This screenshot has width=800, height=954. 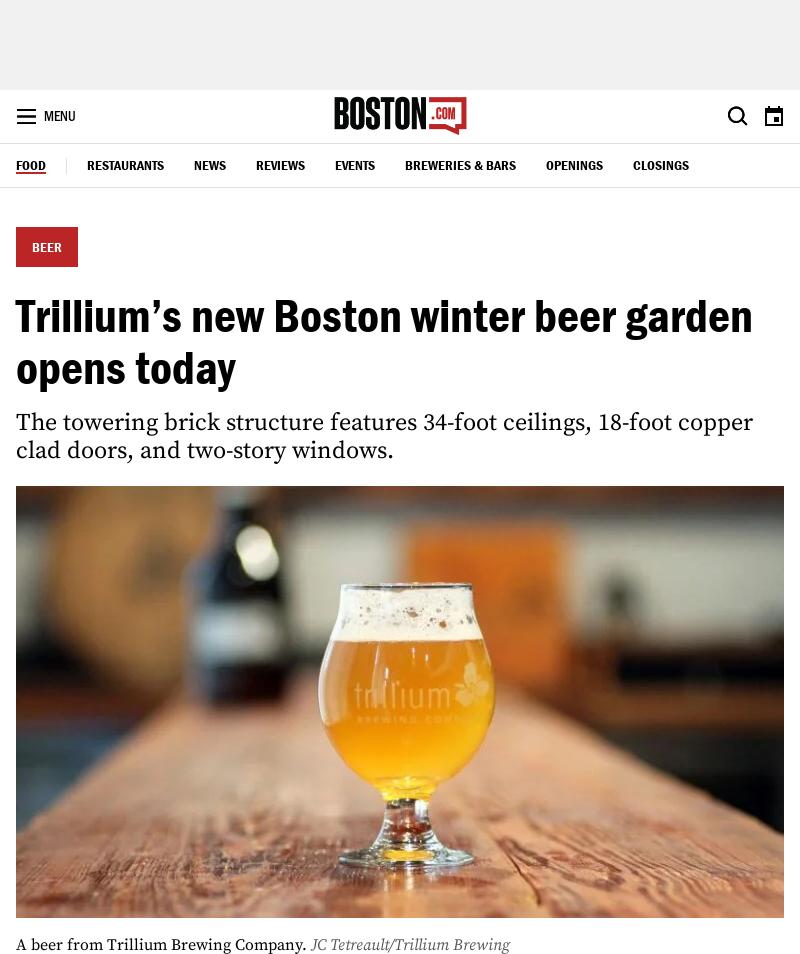 I want to click on 'Special offer for Boston.com readers:', so click(x=409, y=455).